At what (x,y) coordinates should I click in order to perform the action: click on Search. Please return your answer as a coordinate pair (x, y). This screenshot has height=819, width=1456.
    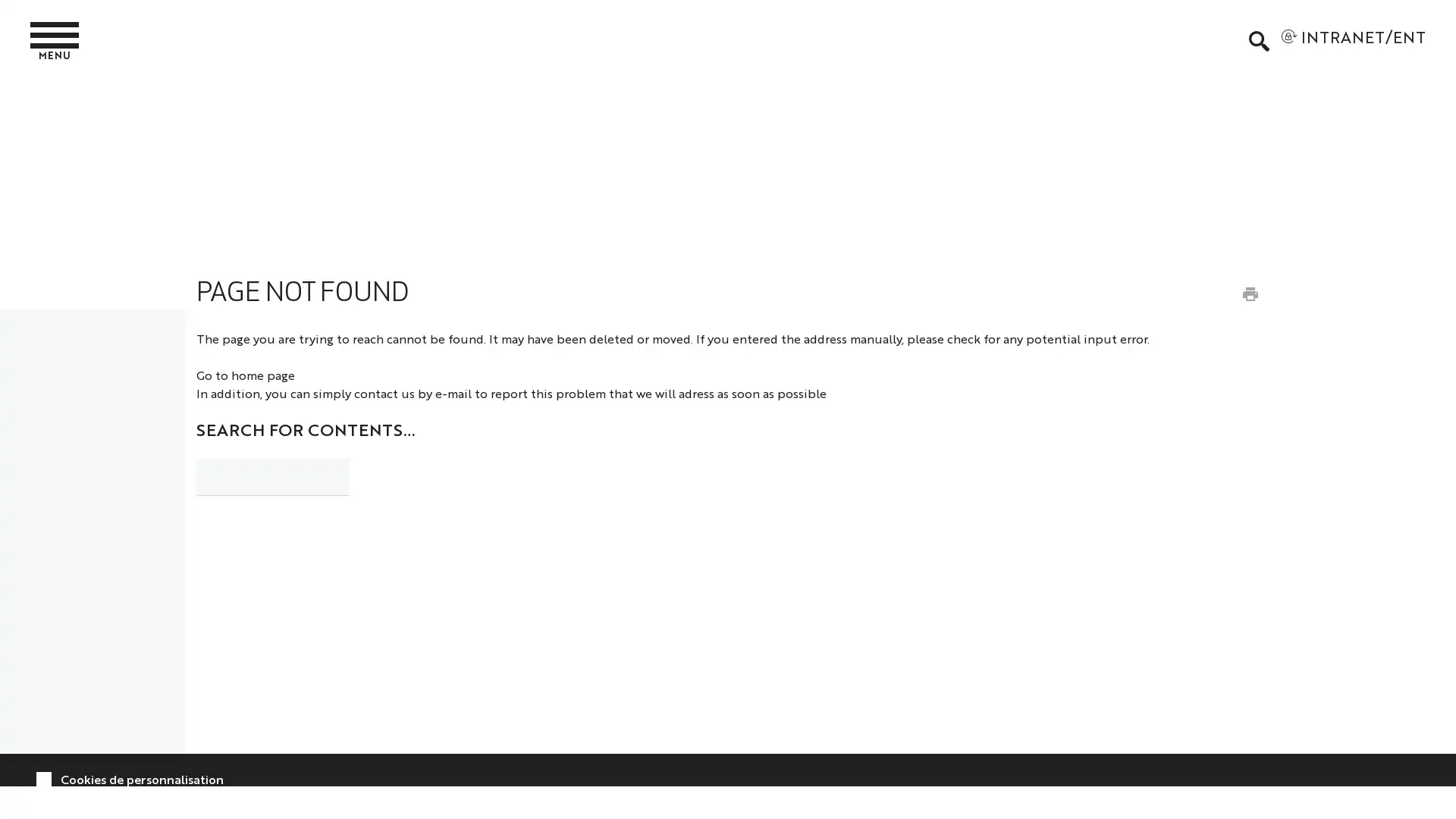
    Looking at the image, I should click on (389, 473).